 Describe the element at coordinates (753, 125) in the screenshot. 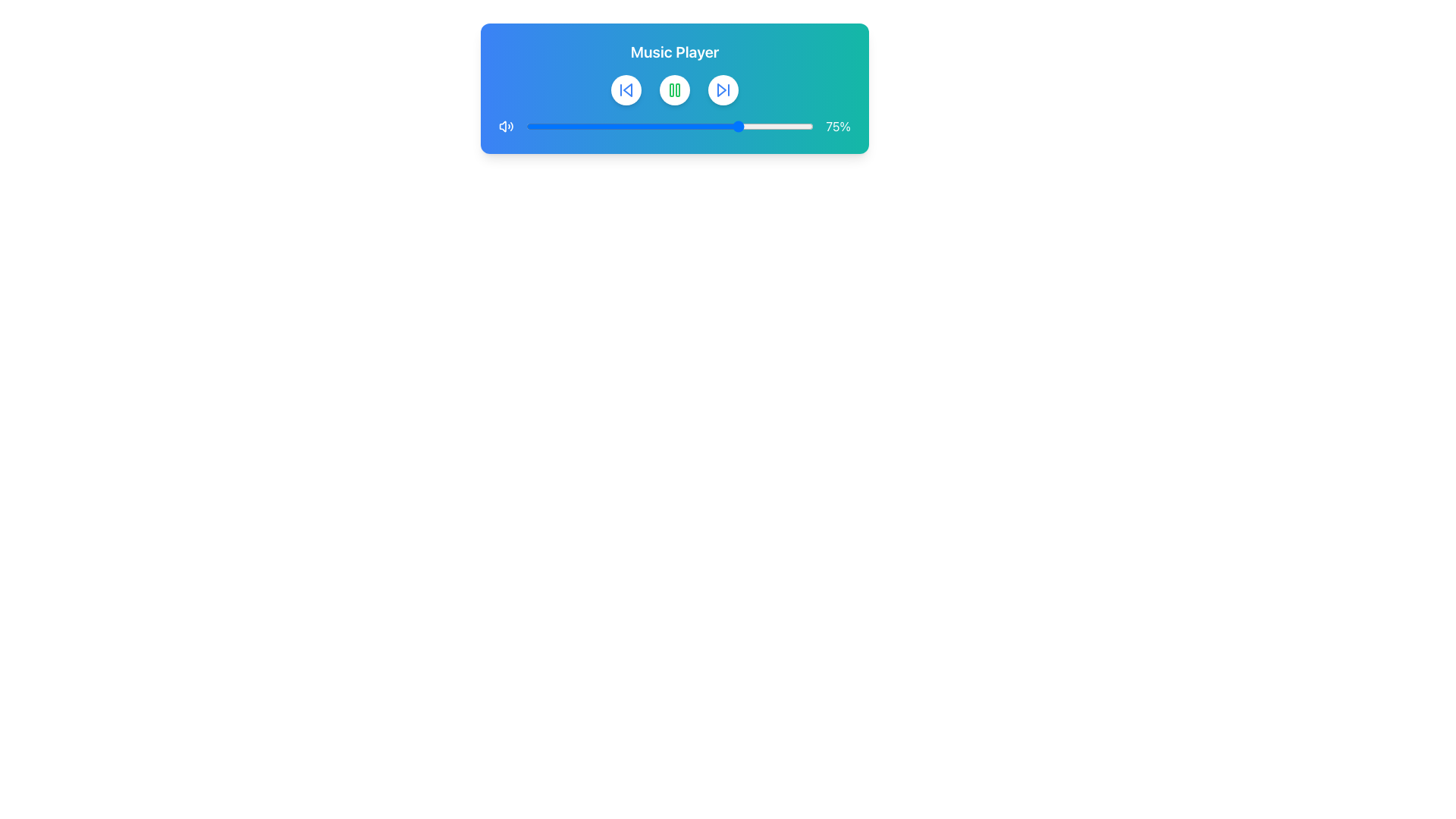

I see `the volume level` at that location.